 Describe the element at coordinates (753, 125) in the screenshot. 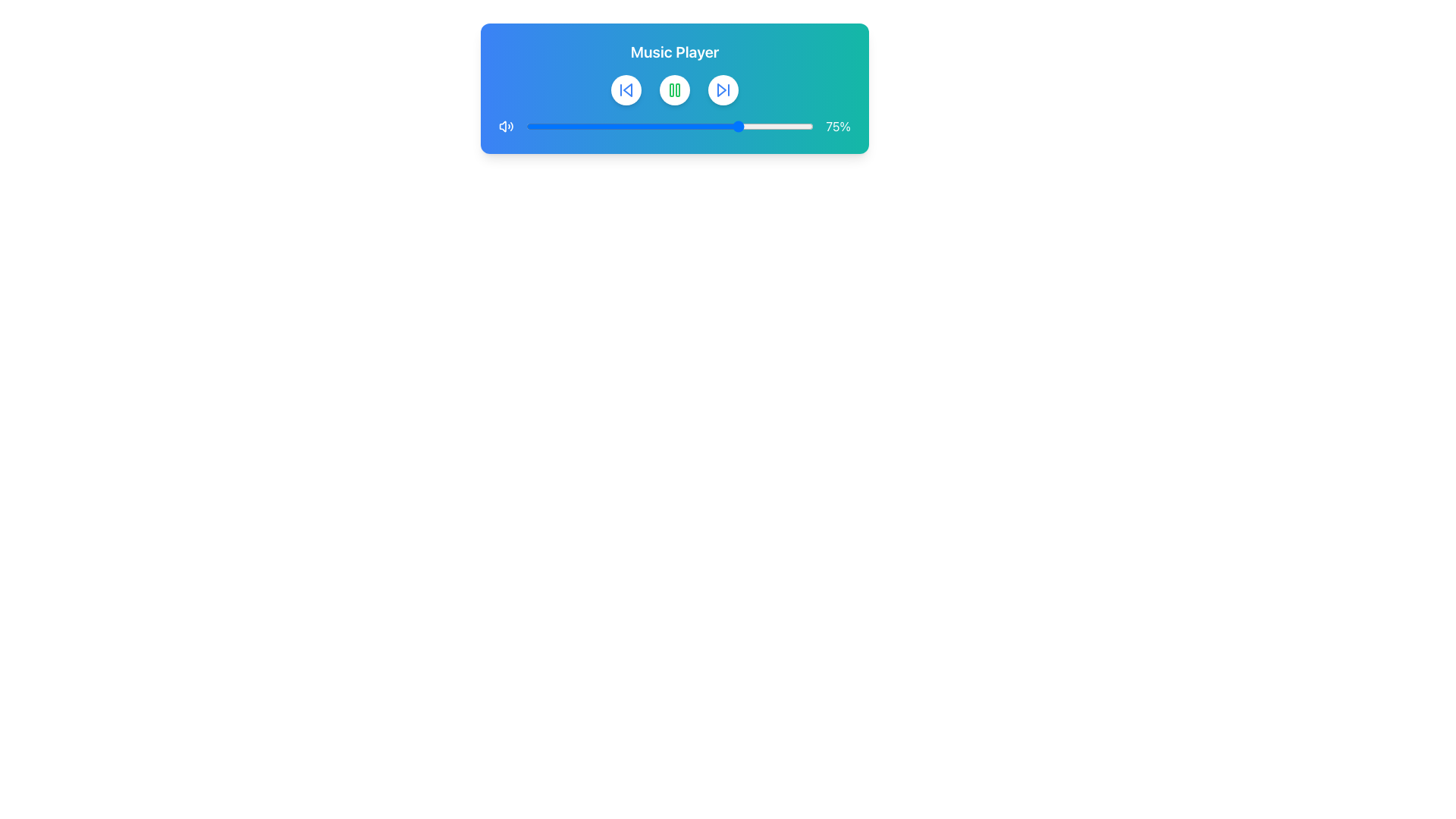

I see `the volume level` at that location.